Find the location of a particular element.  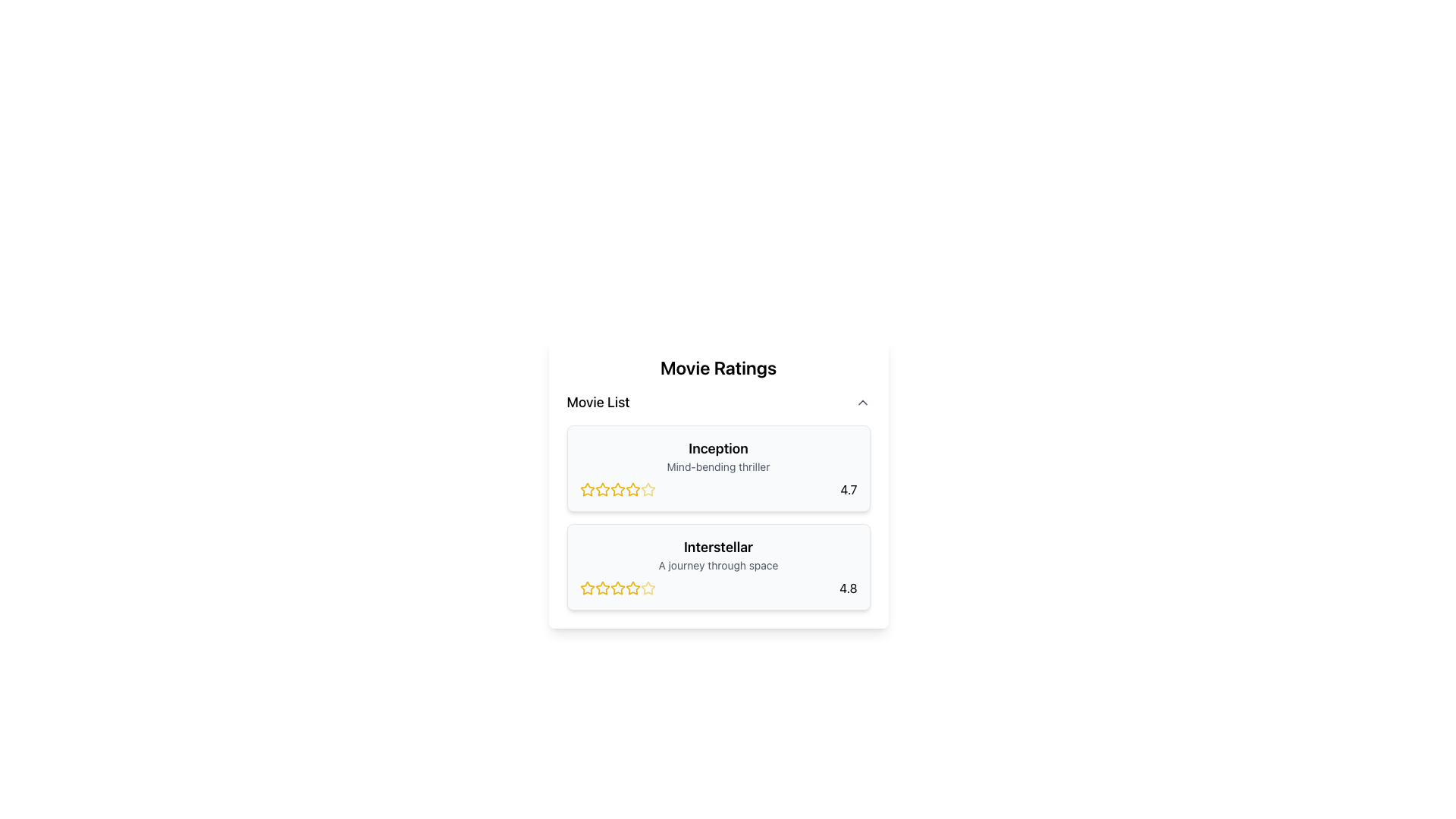

the fifth star icon in the rating system for the movie 'Inception' is located at coordinates (648, 489).